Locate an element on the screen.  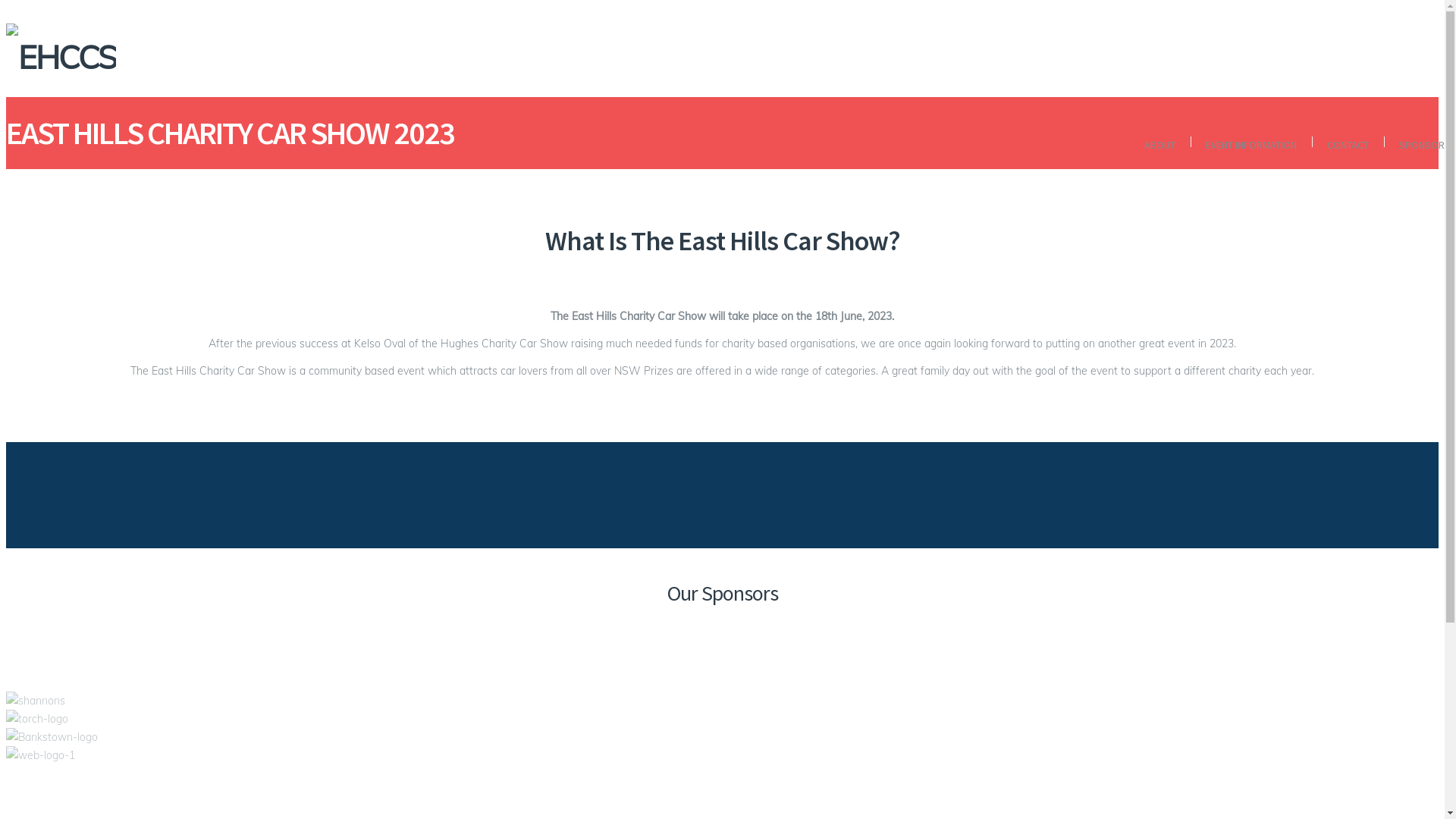
'ABOUT' is located at coordinates (1159, 145).